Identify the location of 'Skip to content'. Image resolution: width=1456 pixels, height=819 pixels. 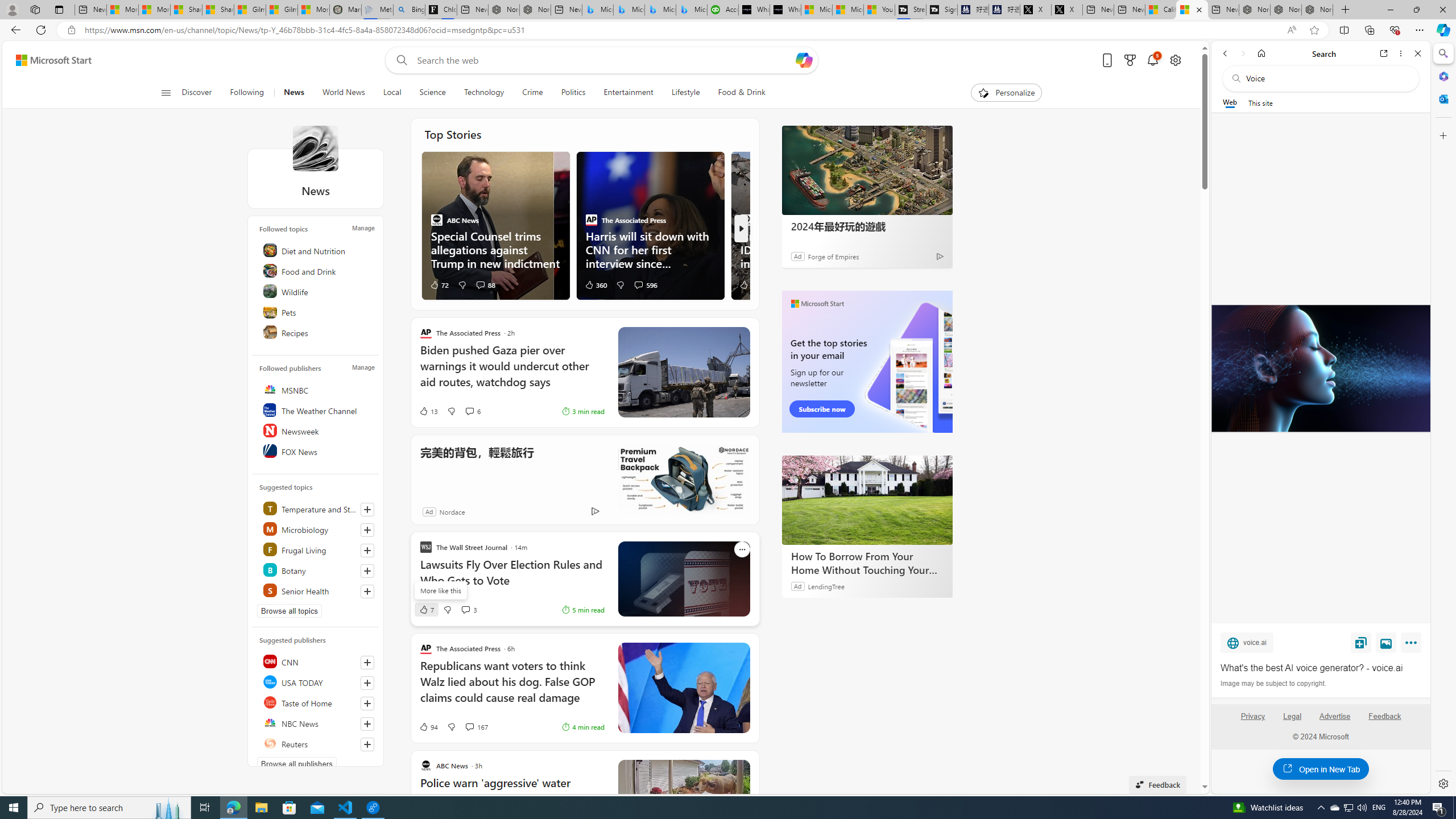
(49, 59).